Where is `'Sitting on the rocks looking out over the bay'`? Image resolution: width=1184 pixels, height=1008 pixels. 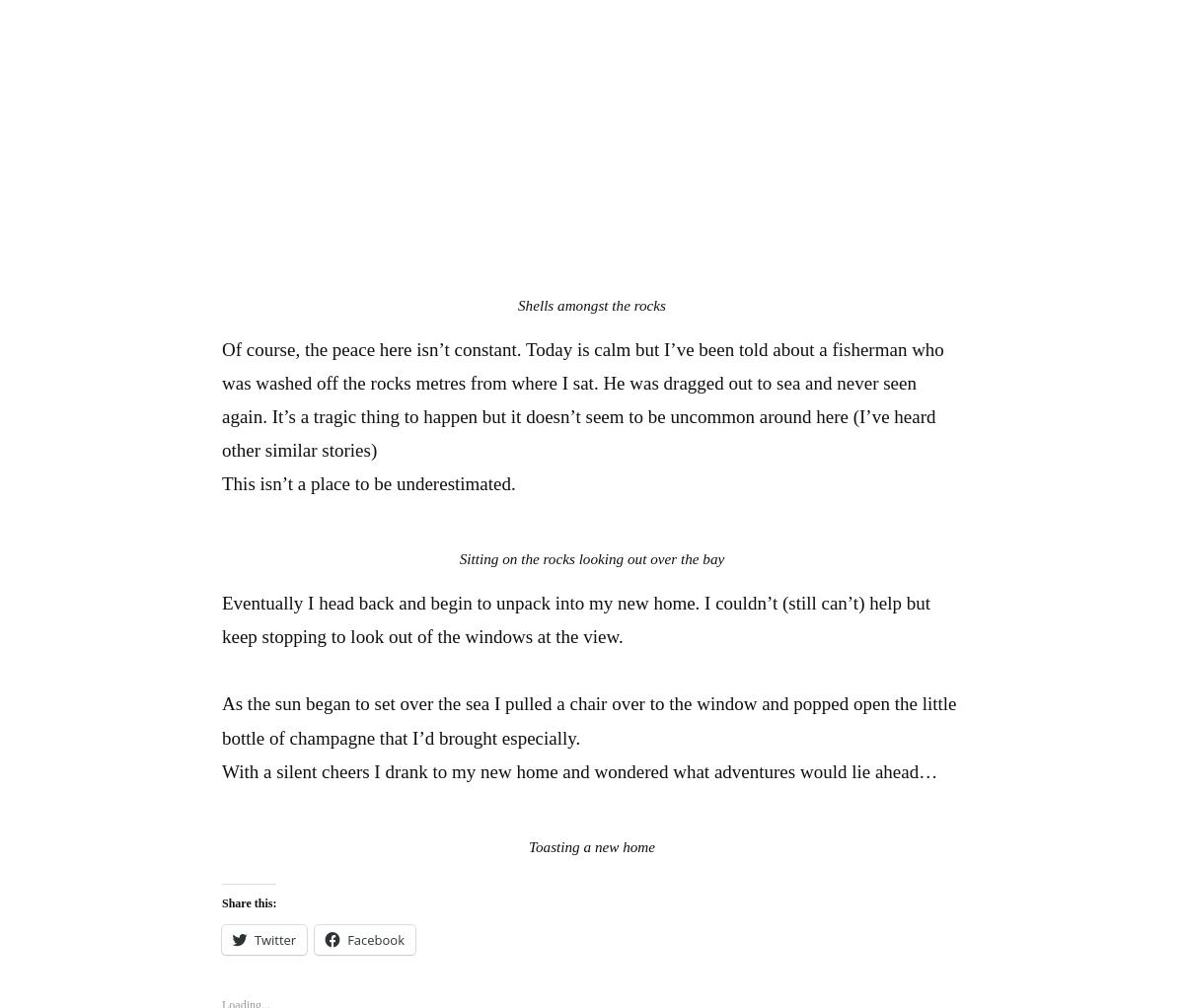
'Sitting on the rocks looking out over the bay' is located at coordinates (590, 558).